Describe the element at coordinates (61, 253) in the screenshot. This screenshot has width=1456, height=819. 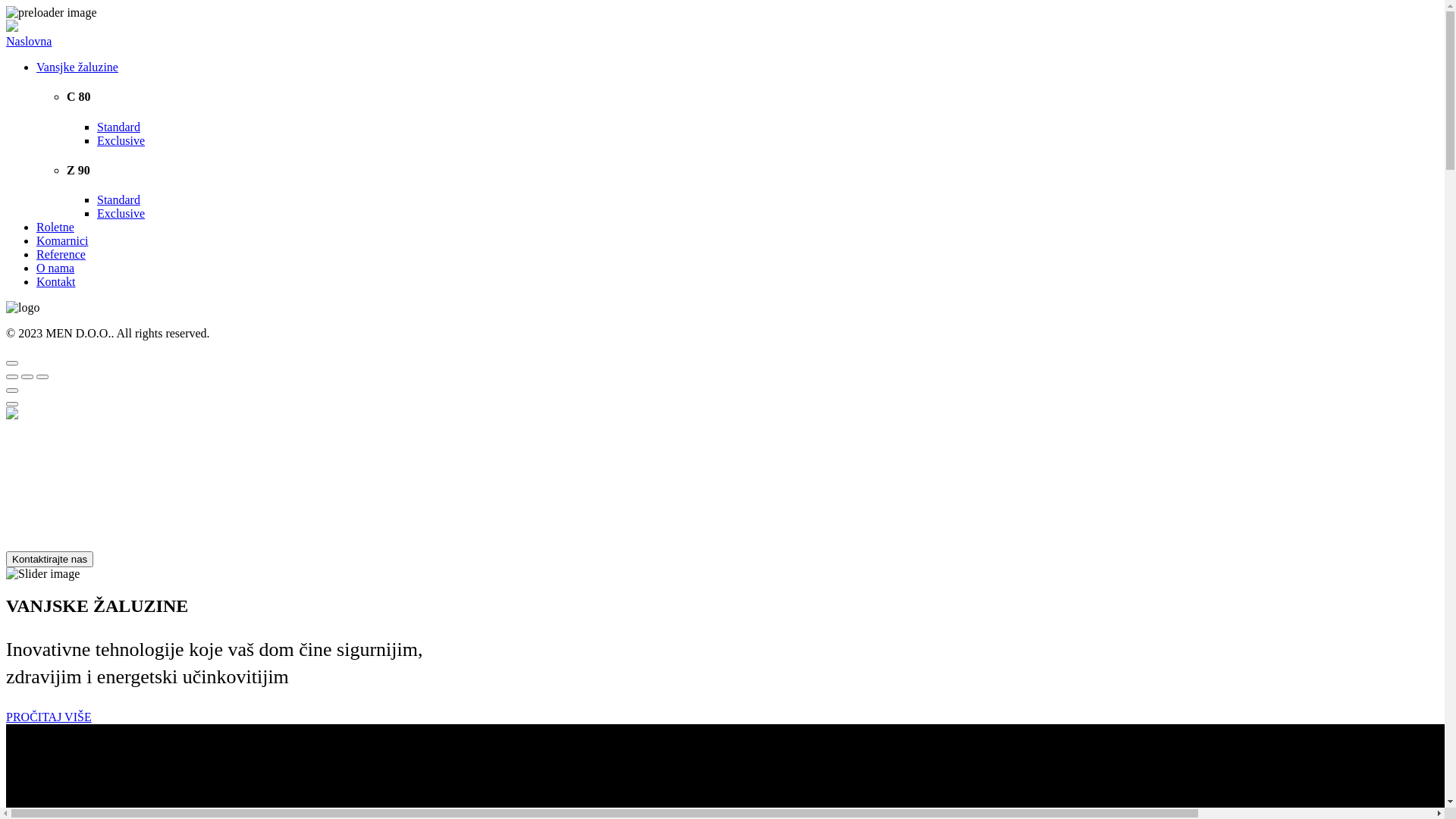
I see `'Reference'` at that location.